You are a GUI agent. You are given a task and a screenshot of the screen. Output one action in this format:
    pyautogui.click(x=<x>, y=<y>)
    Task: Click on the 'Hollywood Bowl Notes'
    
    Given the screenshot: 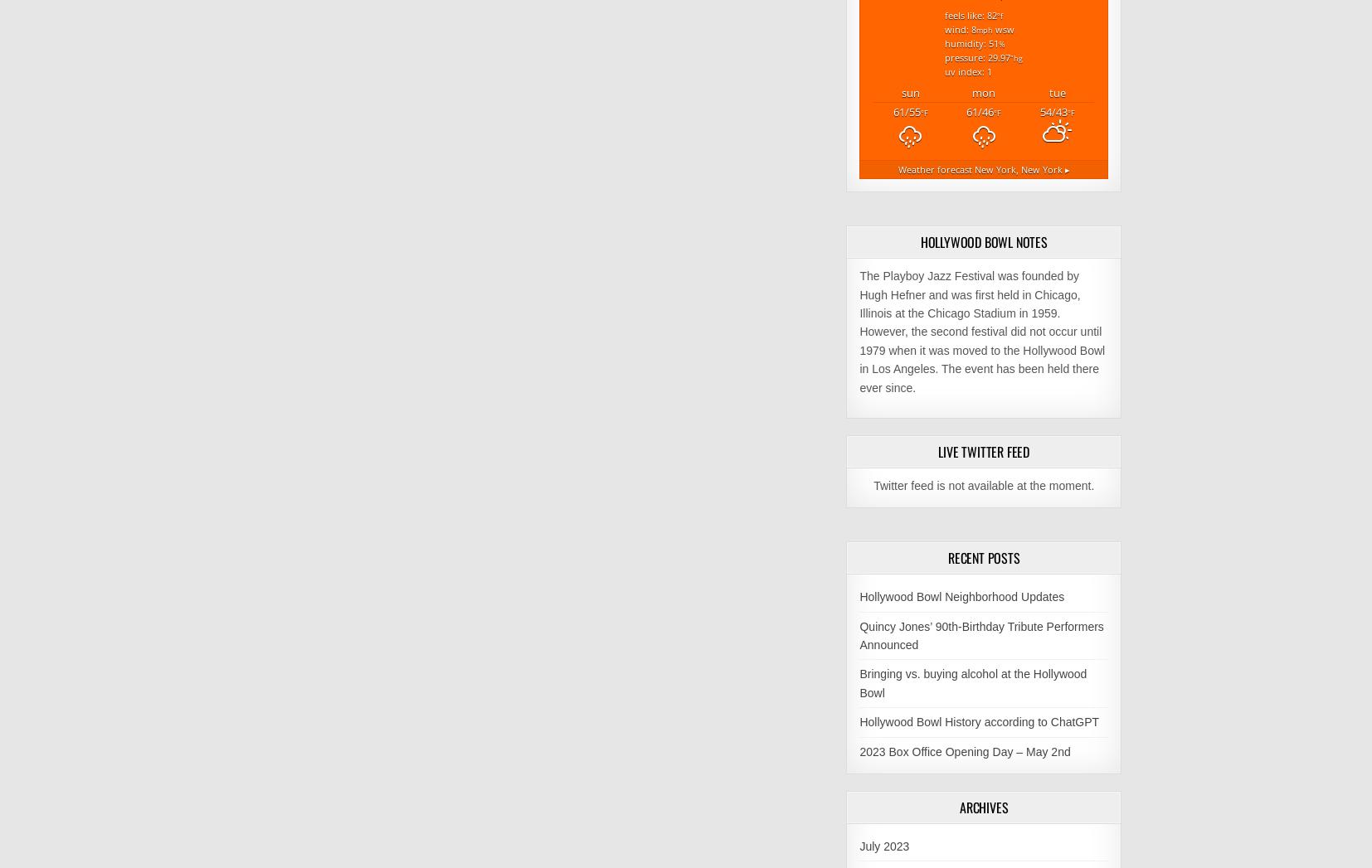 What is the action you would take?
    pyautogui.click(x=982, y=241)
    